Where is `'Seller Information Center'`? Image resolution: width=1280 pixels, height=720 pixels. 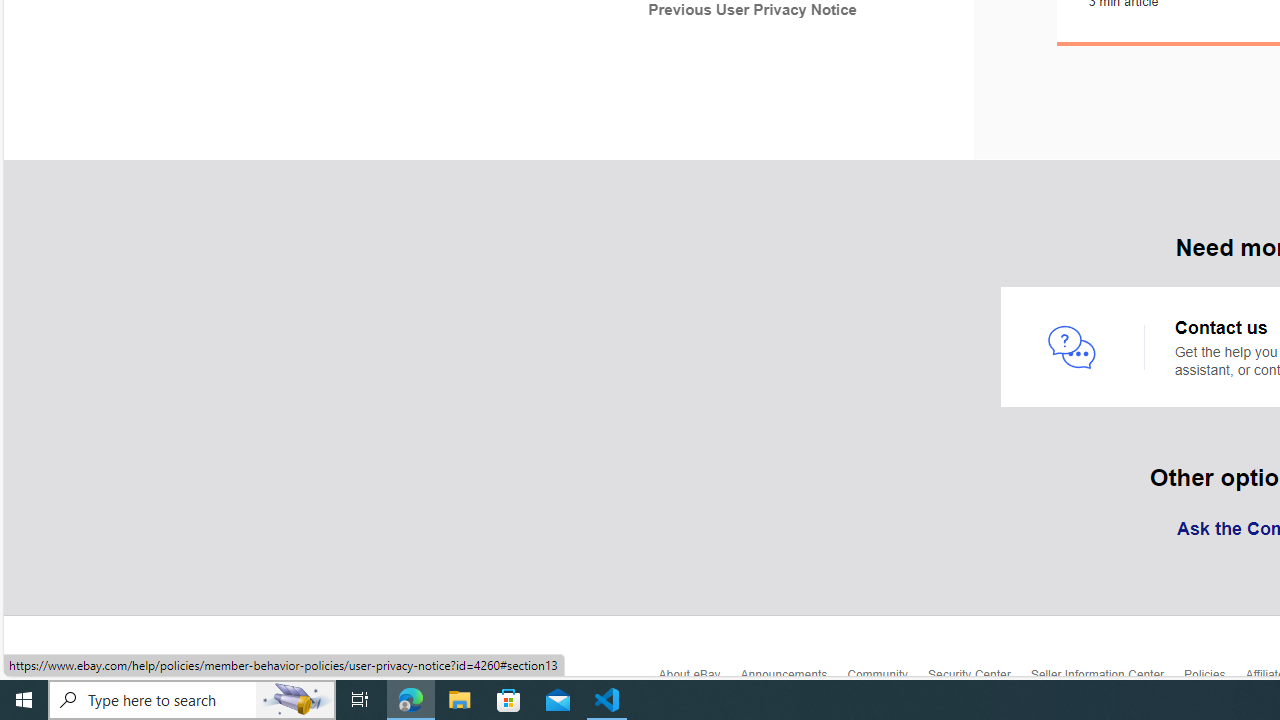
'Seller Information Center' is located at coordinates (1106, 679).